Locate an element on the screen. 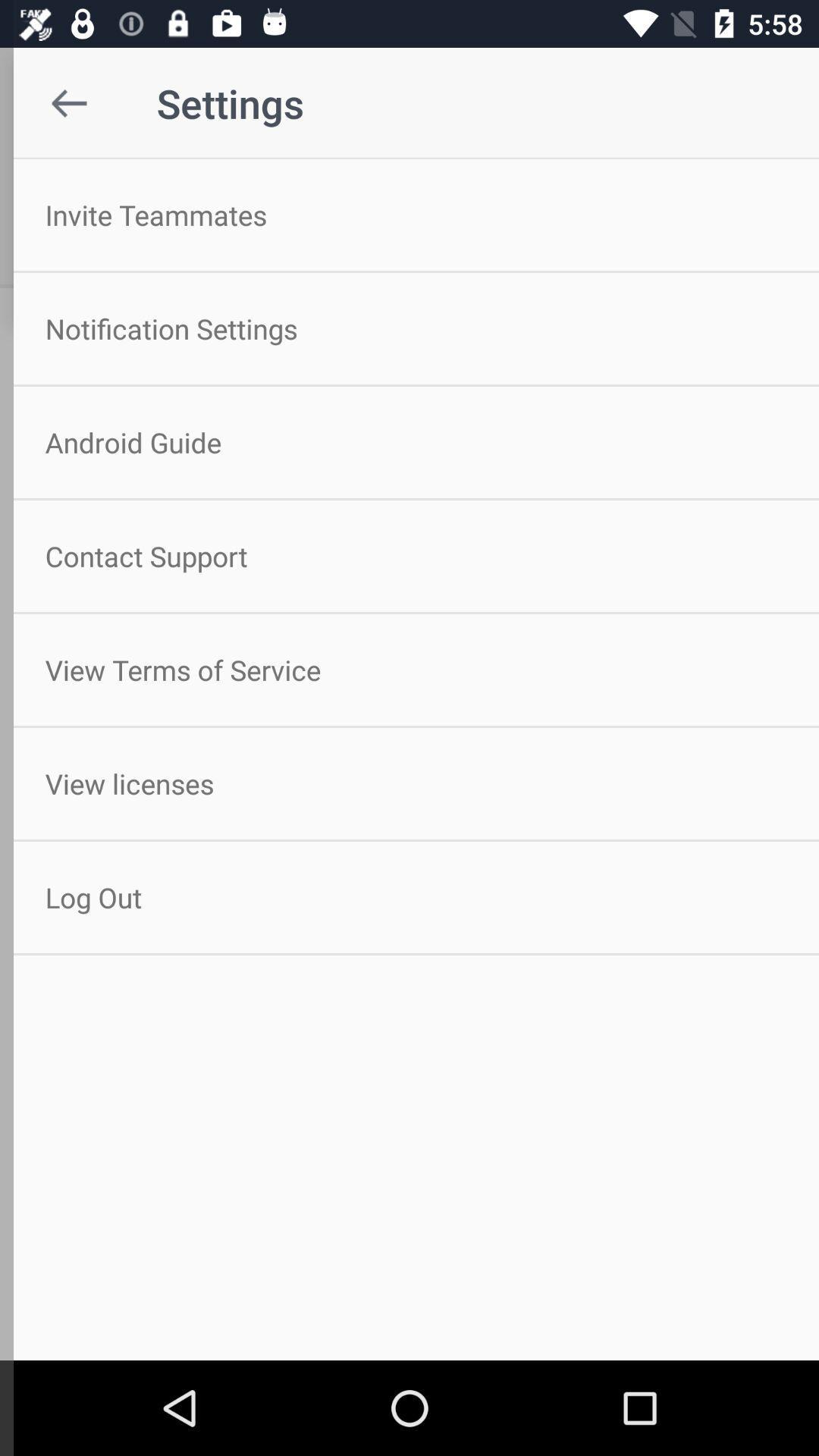 The image size is (819, 1456). view licenses is located at coordinates (409, 783).